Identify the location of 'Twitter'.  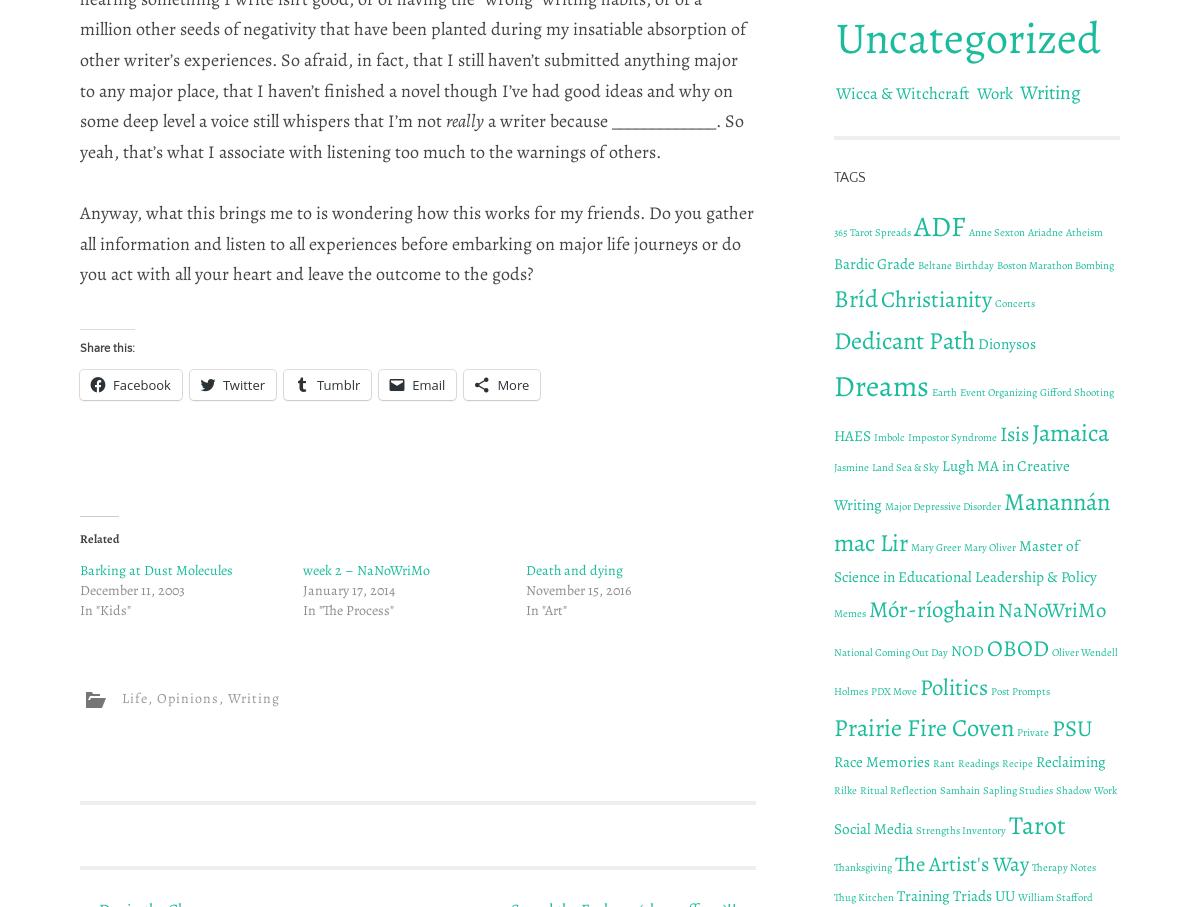
(242, 384).